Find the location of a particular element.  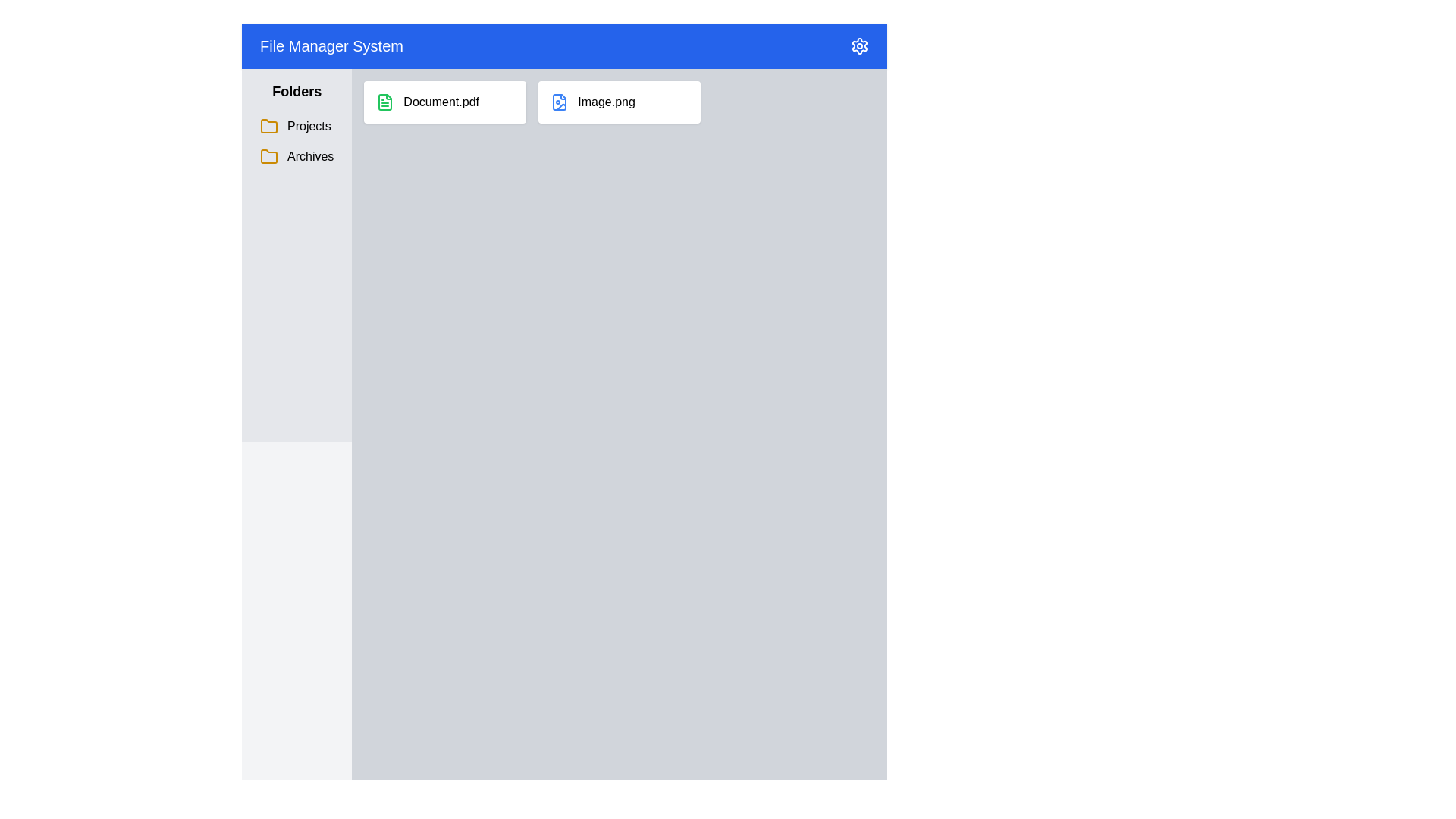

the details of the small blue icon resembling a document with an image symbol, which is part of the file labeled 'Image.png' is located at coordinates (559, 102).